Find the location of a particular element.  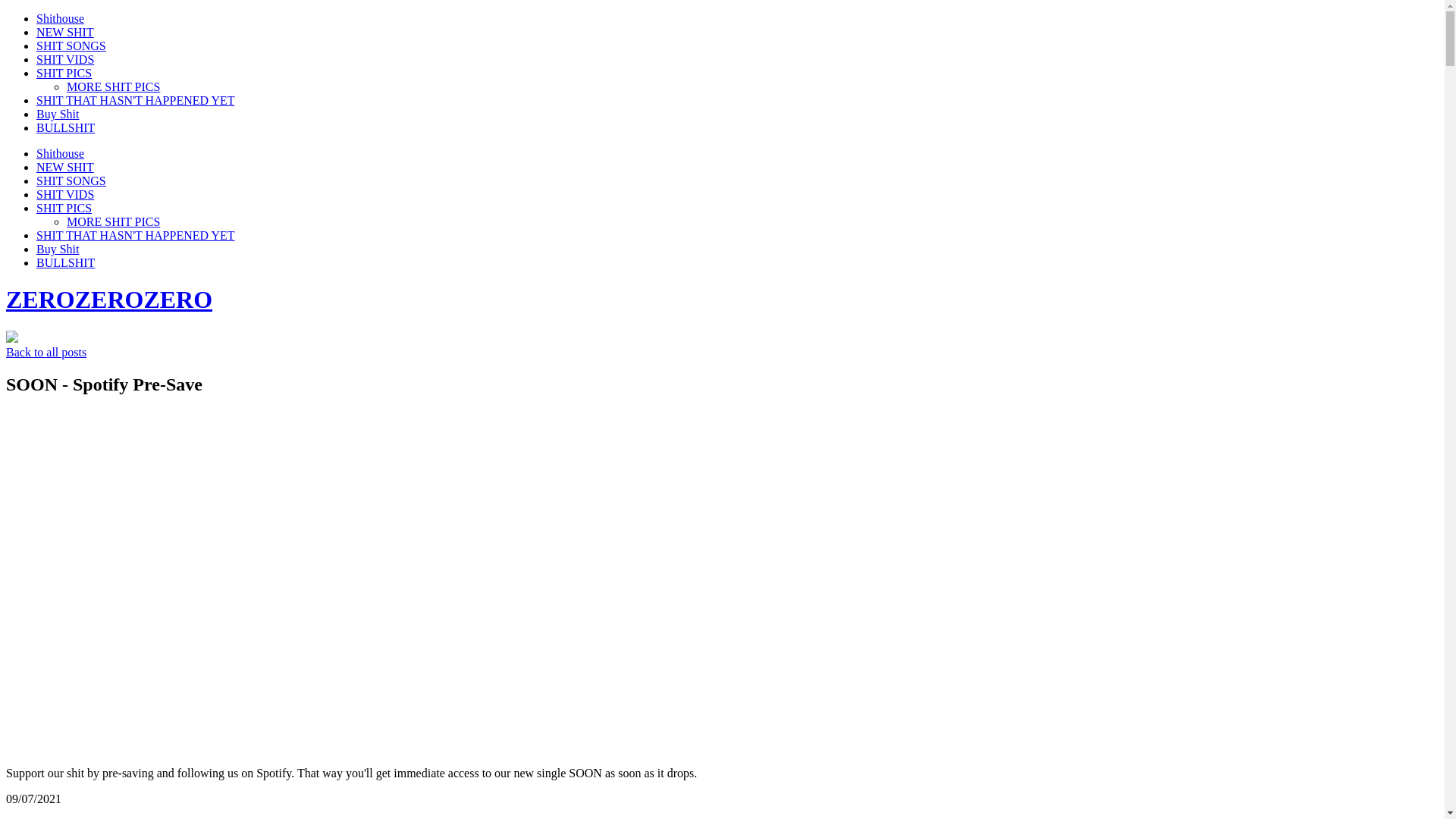

'NEW SHIT' is located at coordinates (36, 167).